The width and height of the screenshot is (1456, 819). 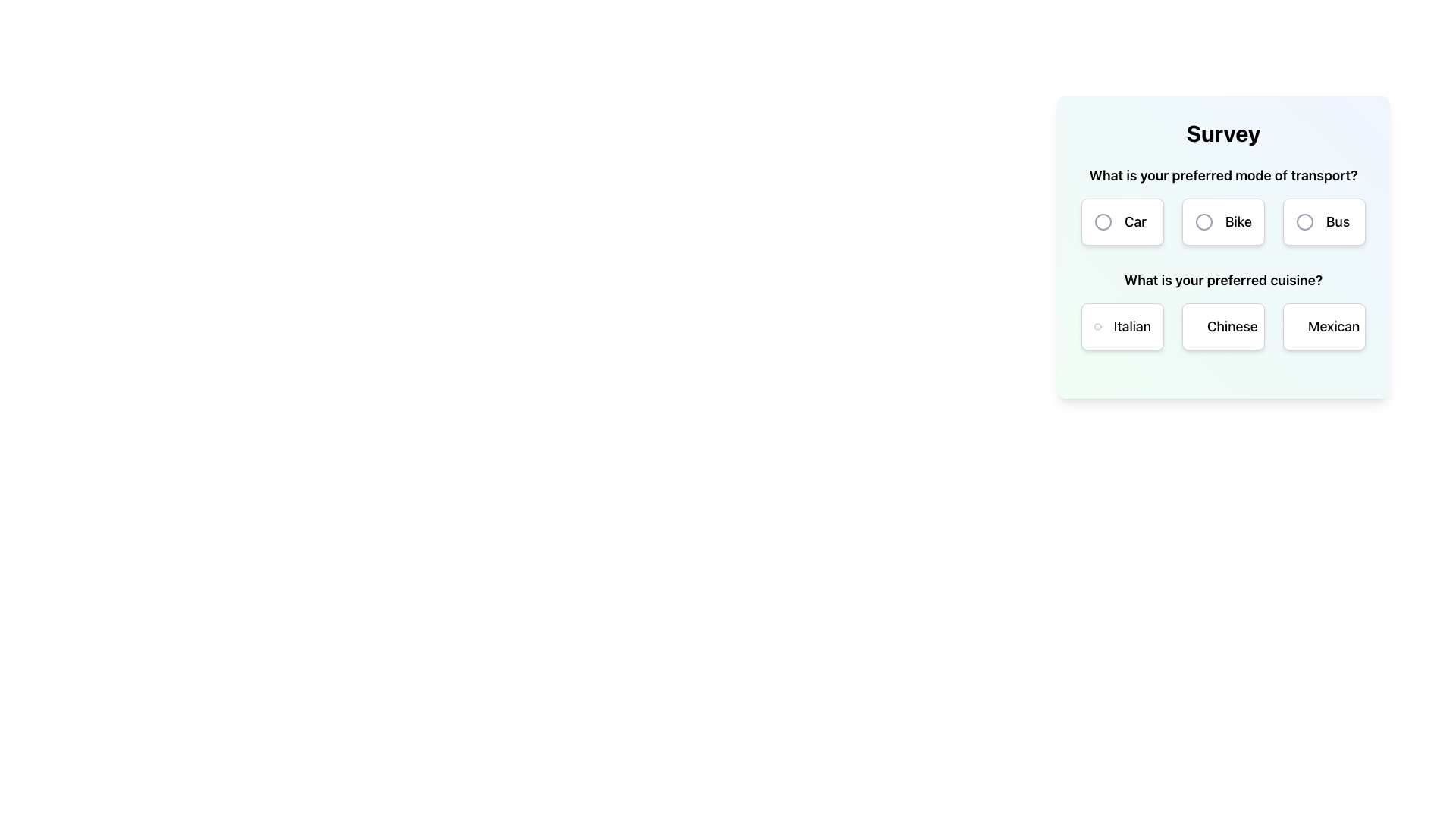 What do you see at coordinates (1203, 222) in the screenshot?
I see `the radio button indicator for the 'Bike' option` at bounding box center [1203, 222].